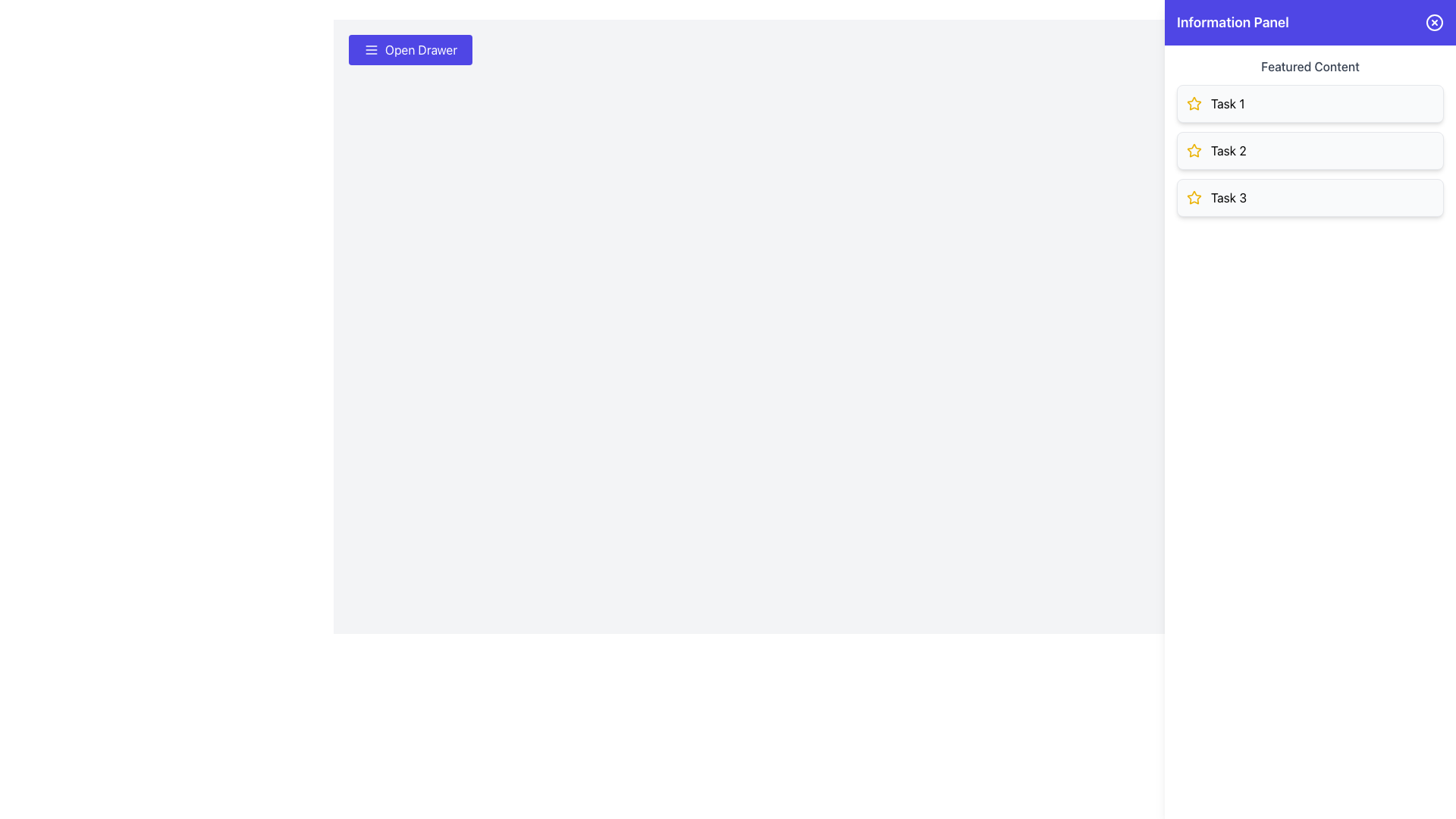  Describe the element at coordinates (1193, 197) in the screenshot. I see `the star icon indicating the rating or favorite designation for 'Task 3'` at that location.